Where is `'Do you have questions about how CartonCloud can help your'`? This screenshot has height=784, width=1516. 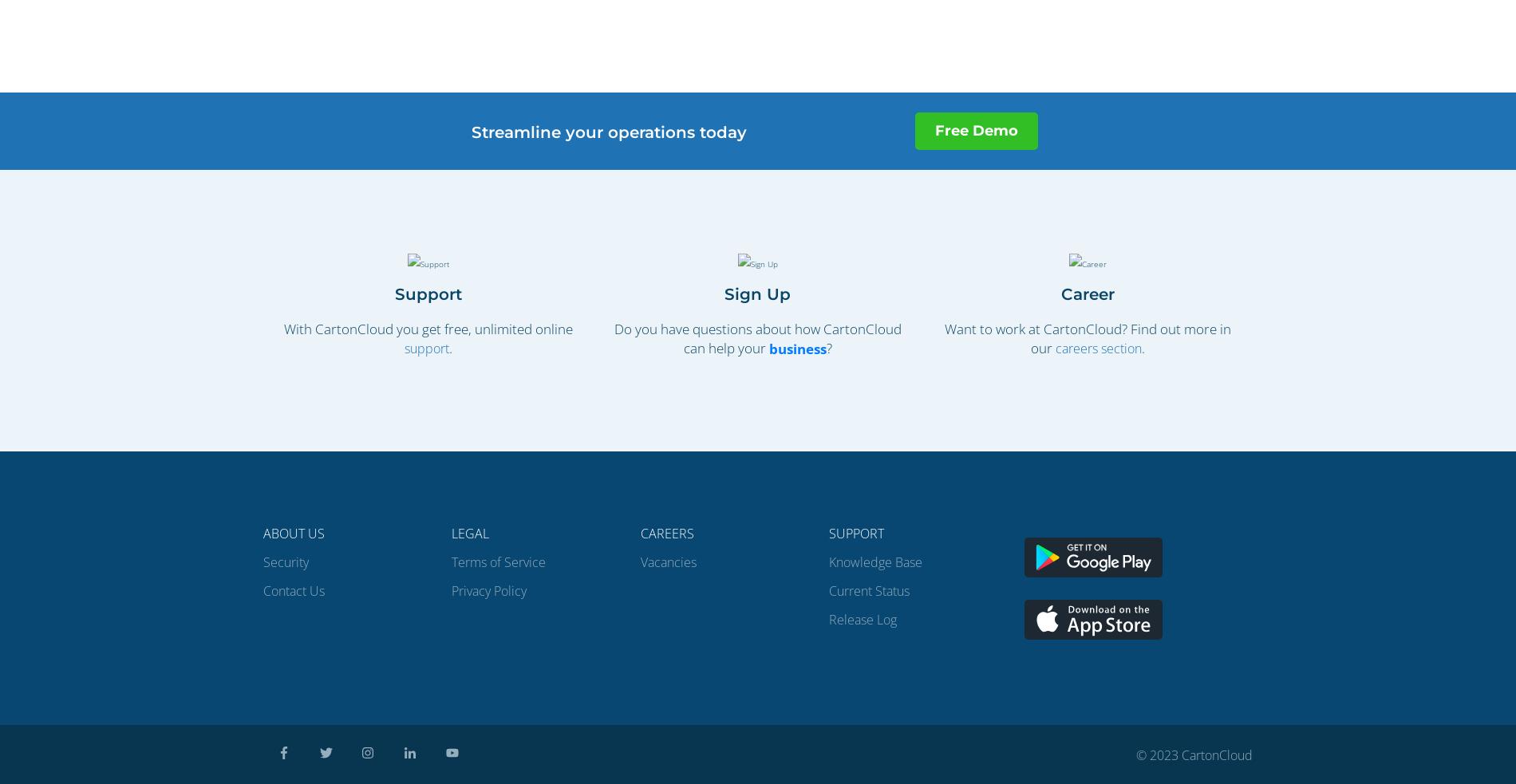
'Do you have questions about how CartonCloud can help your' is located at coordinates (612, 337).